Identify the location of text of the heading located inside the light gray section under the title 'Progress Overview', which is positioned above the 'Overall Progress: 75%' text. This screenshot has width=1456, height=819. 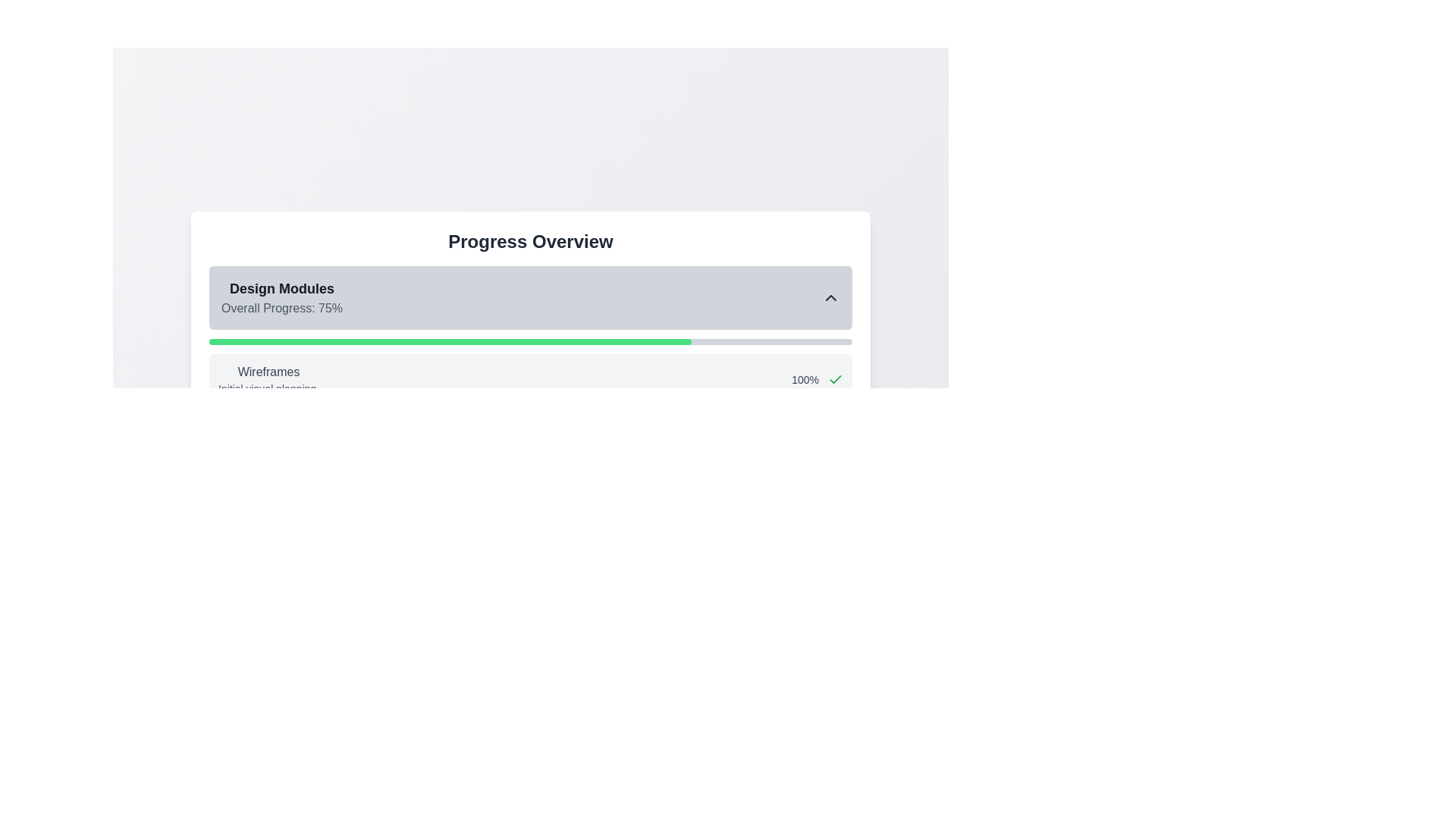
(282, 289).